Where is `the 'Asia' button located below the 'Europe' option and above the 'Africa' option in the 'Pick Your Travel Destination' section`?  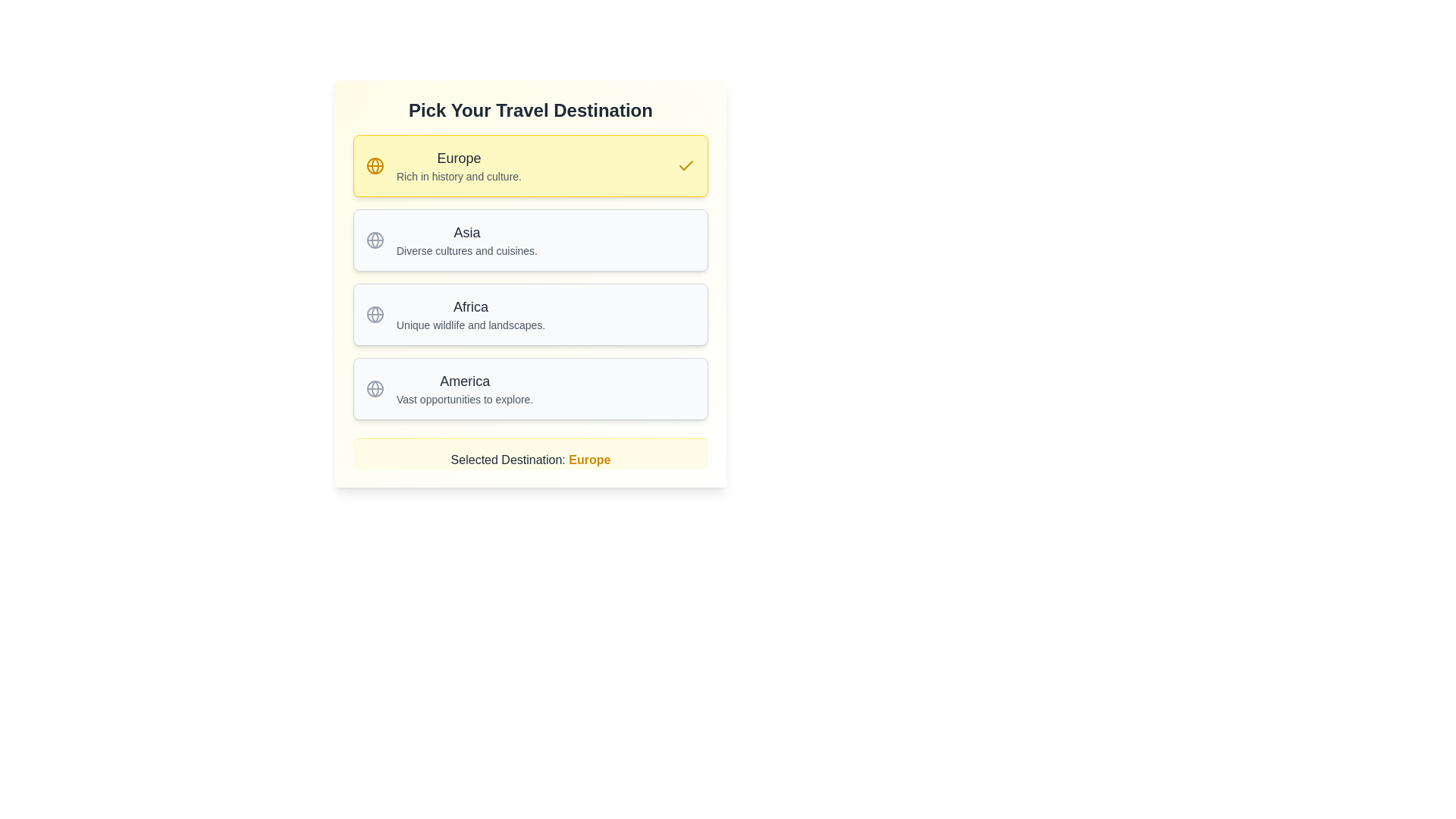 the 'Asia' button located below the 'Europe' option and above the 'Africa' option in the 'Pick Your Travel Destination' section is located at coordinates (531, 239).